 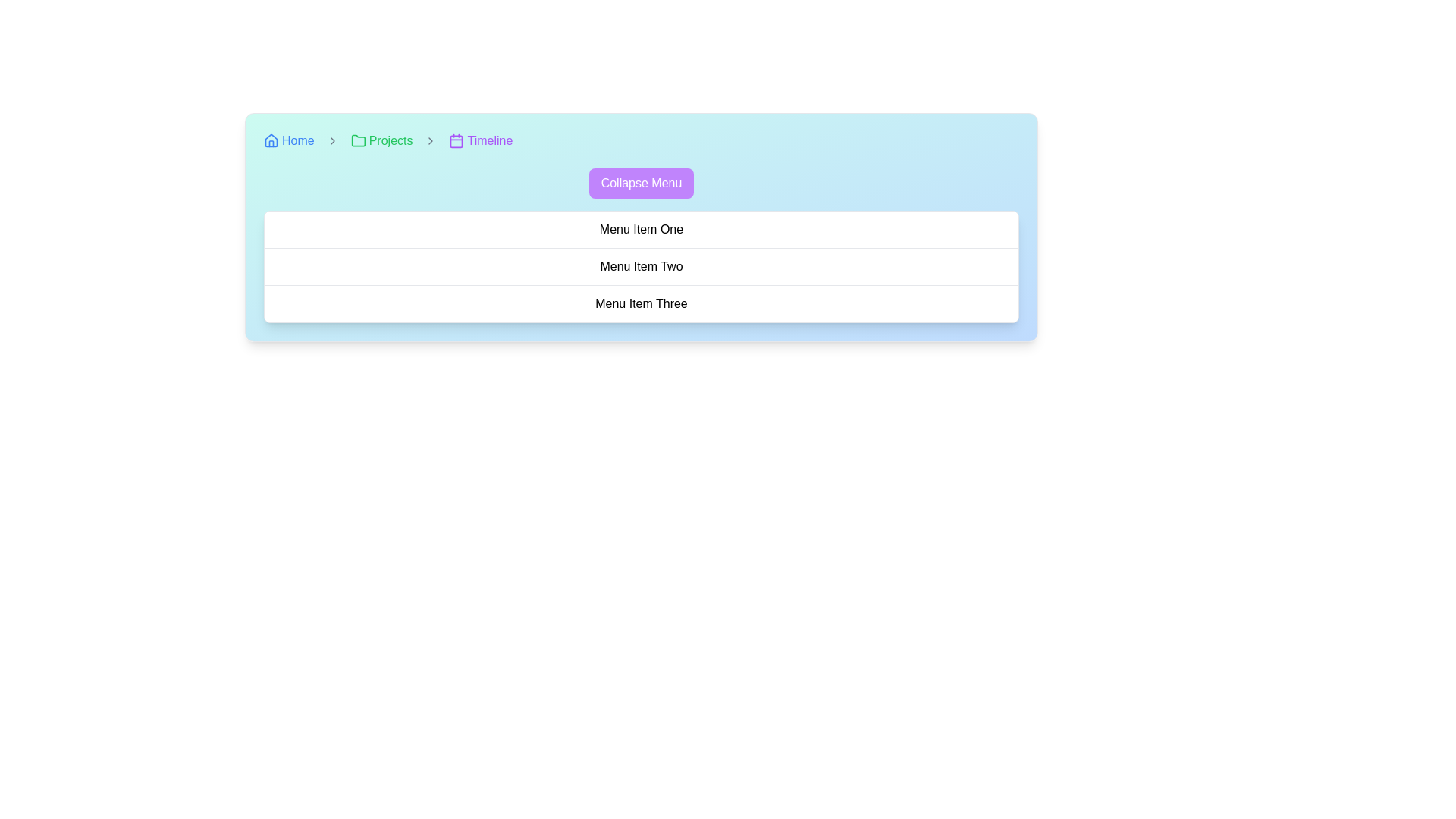 What do you see at coordinates (289, 140) in the screenshot?
I see `the hyperlink that navigates back to the main homepage, located in the top-left corner of the breadcrumb navigation bar` at bounding box center [289, 140].